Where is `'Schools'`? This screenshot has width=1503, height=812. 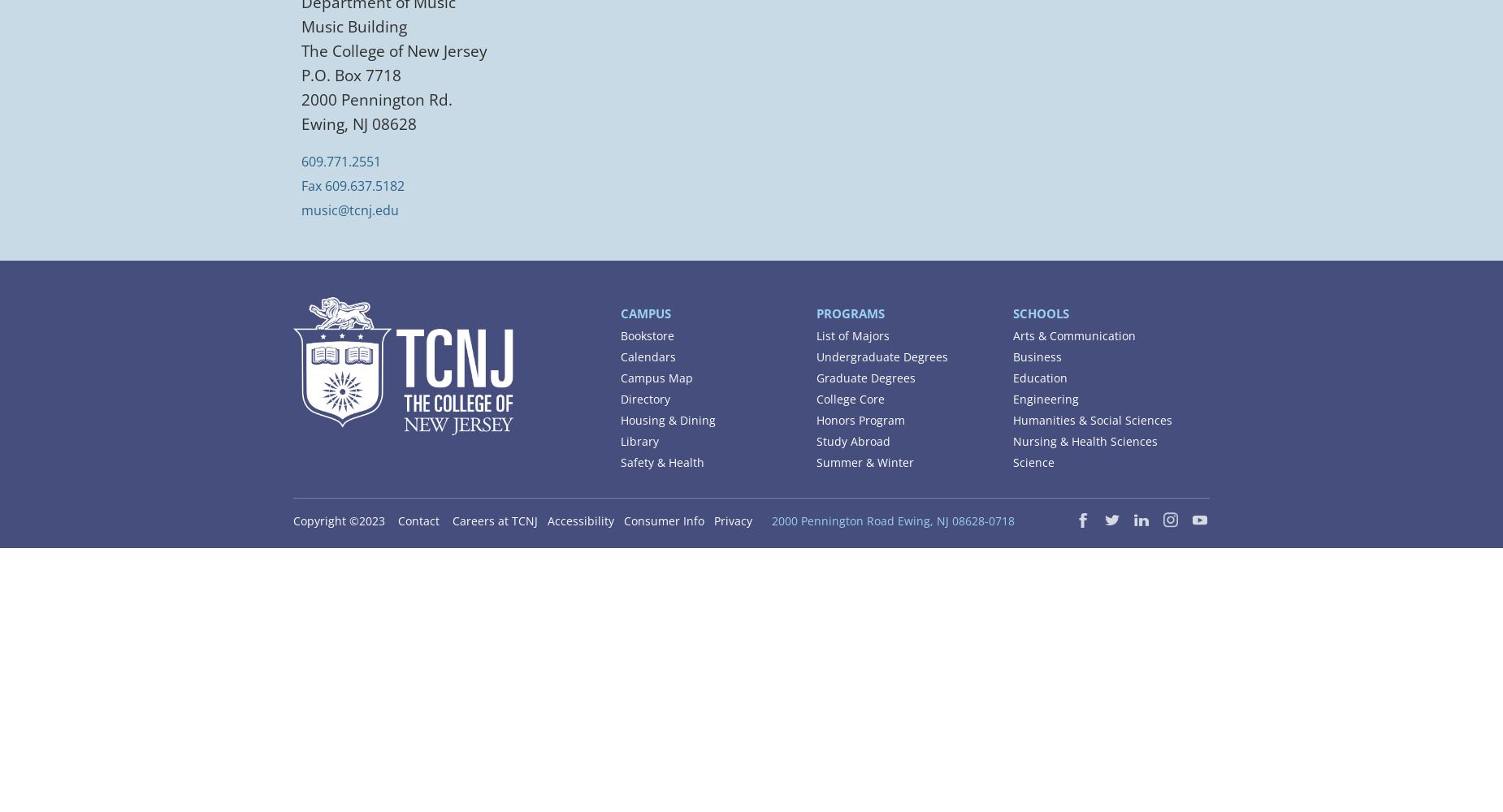 'Schools' is located at coordinates (1039, 313).